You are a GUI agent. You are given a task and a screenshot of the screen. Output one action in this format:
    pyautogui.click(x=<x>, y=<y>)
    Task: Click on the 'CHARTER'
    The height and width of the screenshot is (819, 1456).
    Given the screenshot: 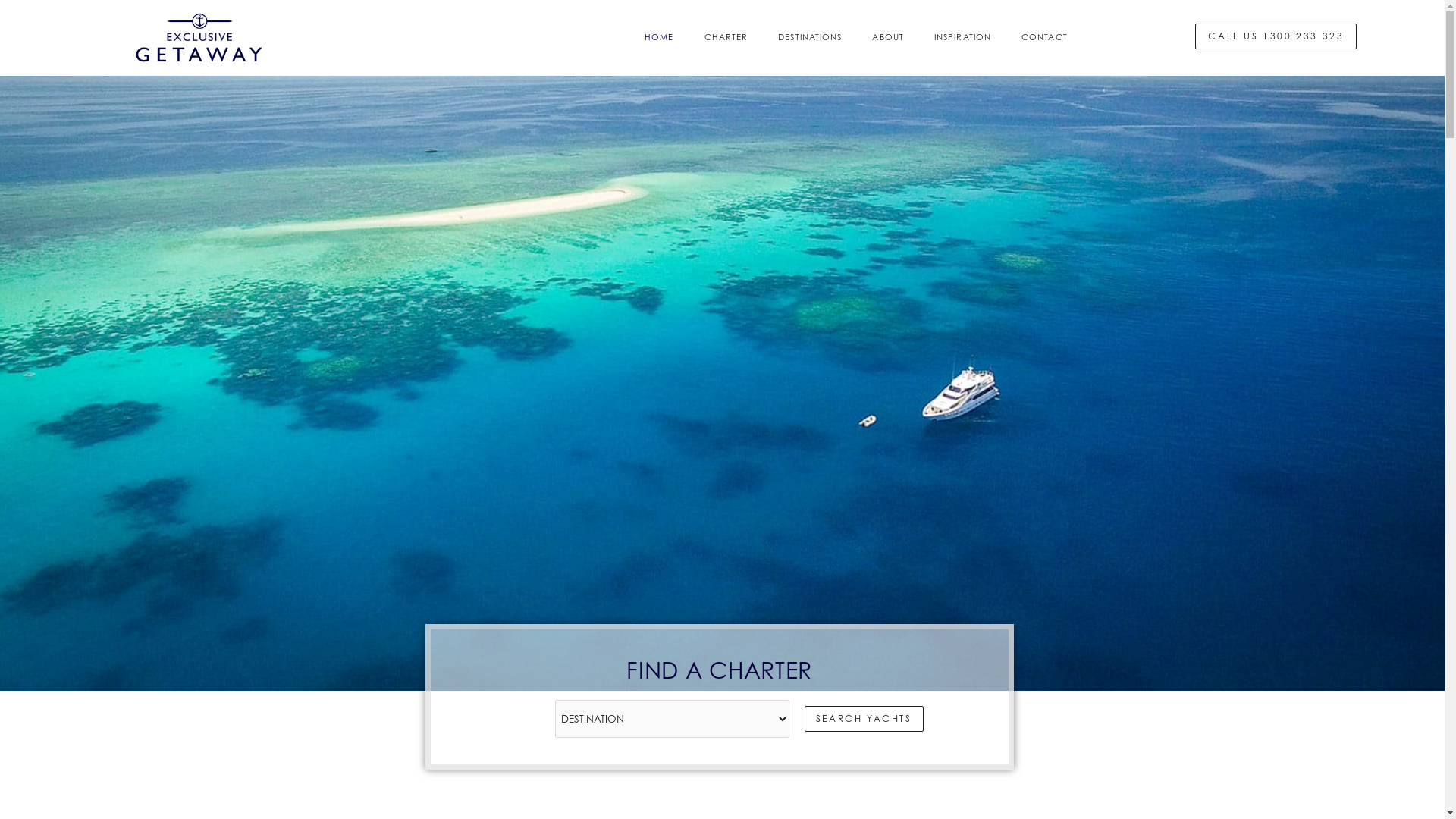 What is the action you would take?
    pyautogui.click(x=726, y=62)
    